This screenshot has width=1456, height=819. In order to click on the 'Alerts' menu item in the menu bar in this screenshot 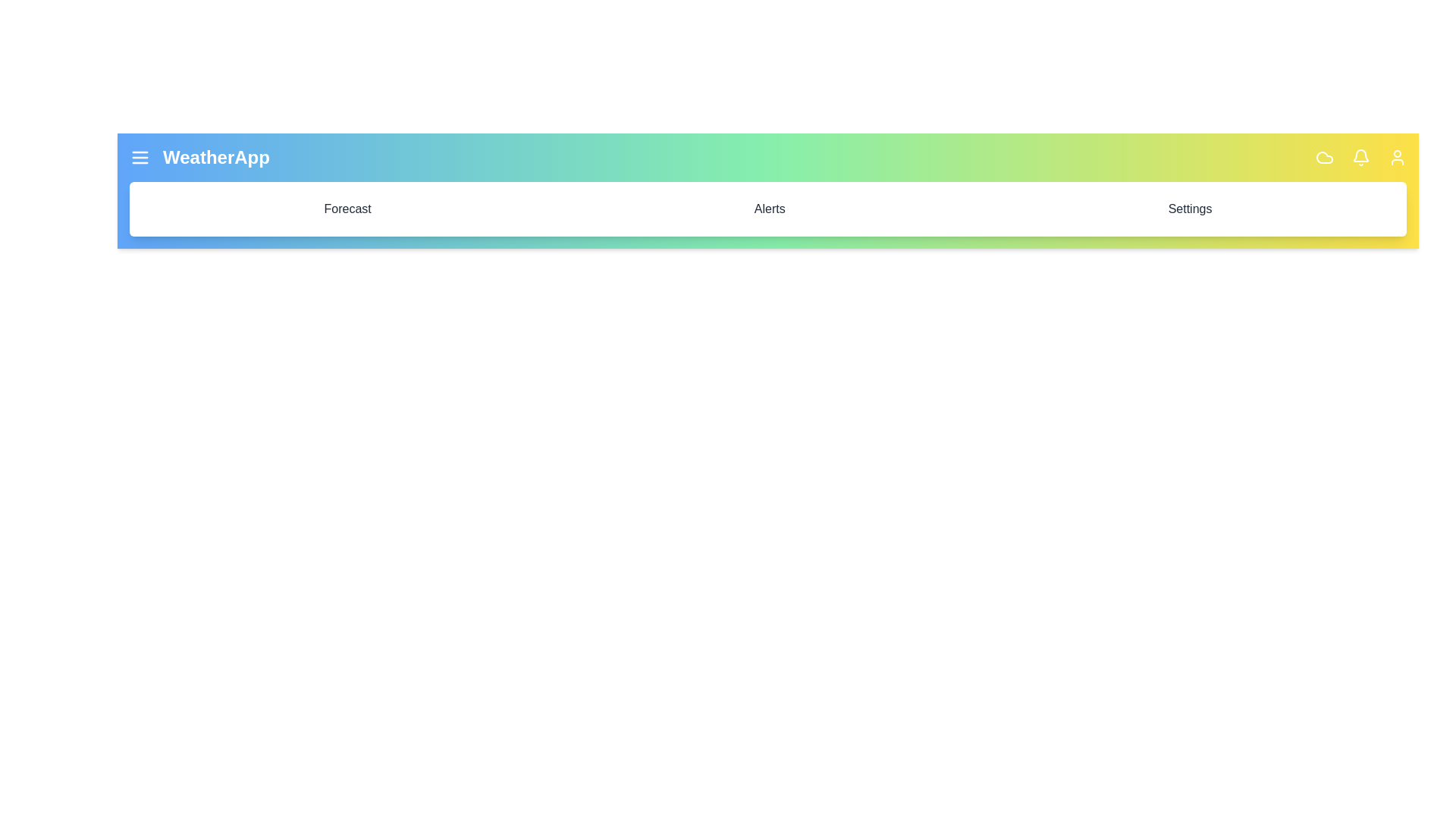, I will do `click(769, 209)`.